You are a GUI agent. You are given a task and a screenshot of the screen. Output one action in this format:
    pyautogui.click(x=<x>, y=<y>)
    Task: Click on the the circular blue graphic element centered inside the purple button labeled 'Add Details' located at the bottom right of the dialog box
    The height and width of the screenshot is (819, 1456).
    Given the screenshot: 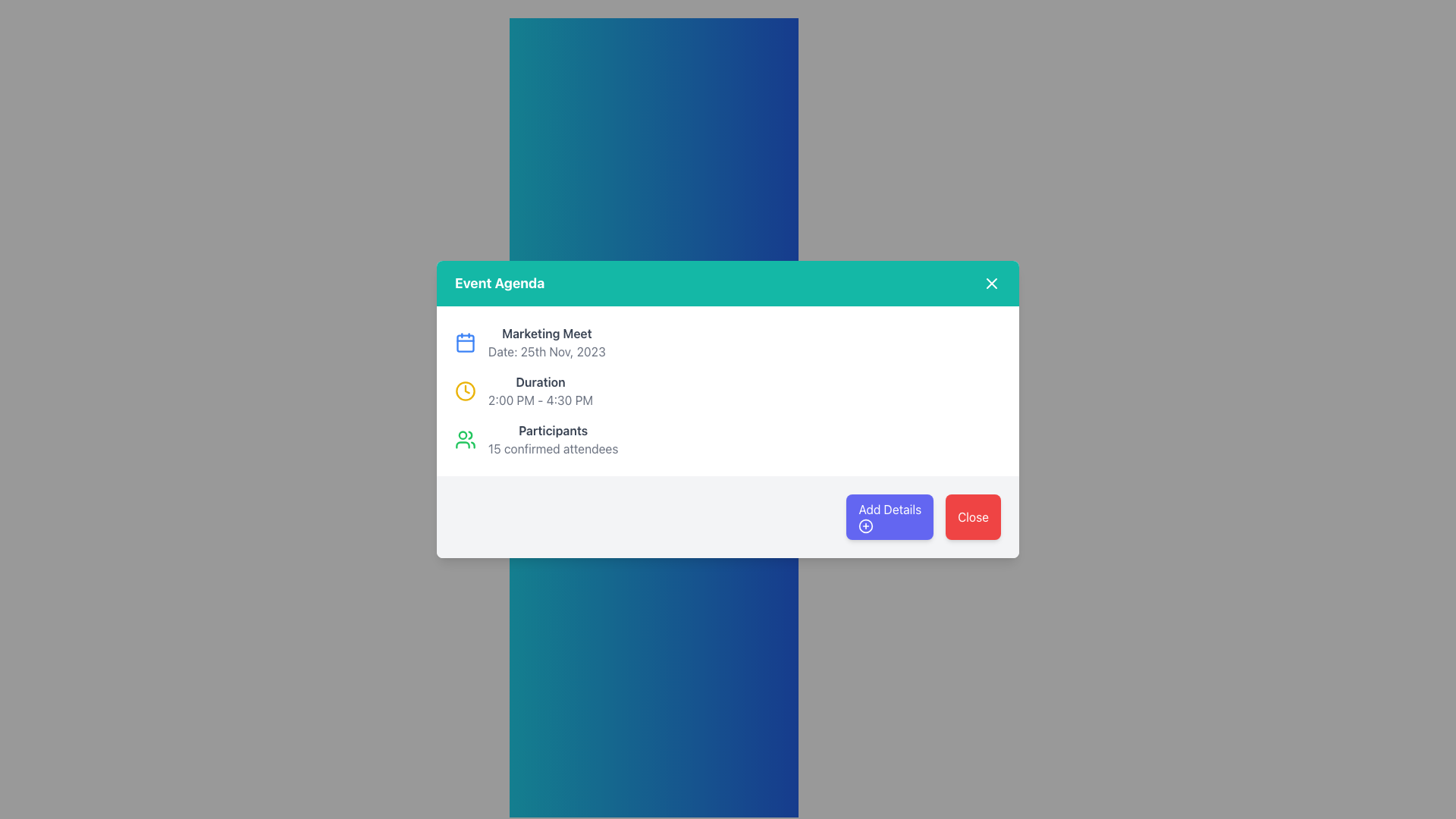 What is the action you would take?
    pyautogui.click(x=866, y=526)
    